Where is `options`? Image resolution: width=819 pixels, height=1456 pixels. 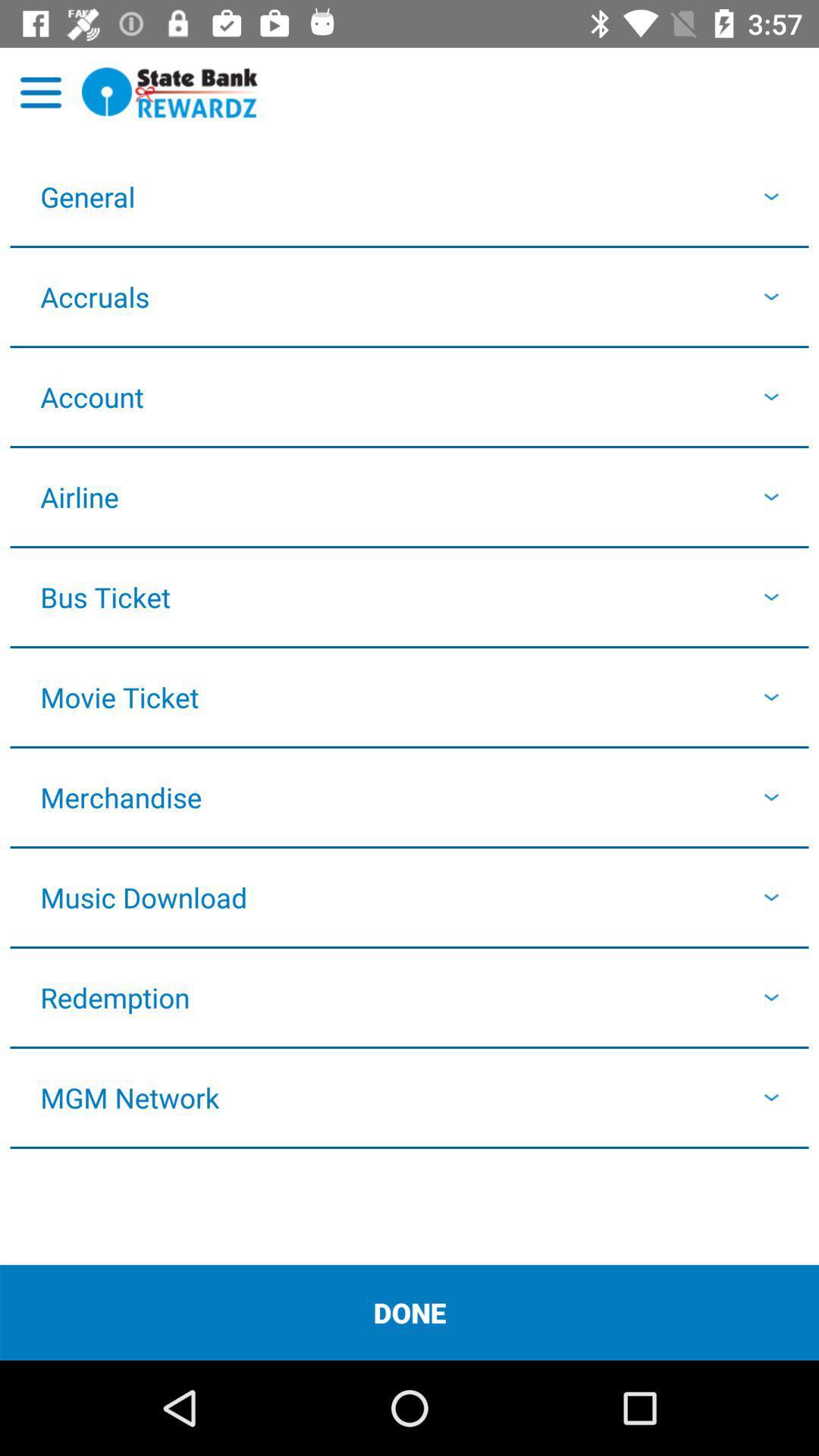 options is located at coordinates (40, 92).